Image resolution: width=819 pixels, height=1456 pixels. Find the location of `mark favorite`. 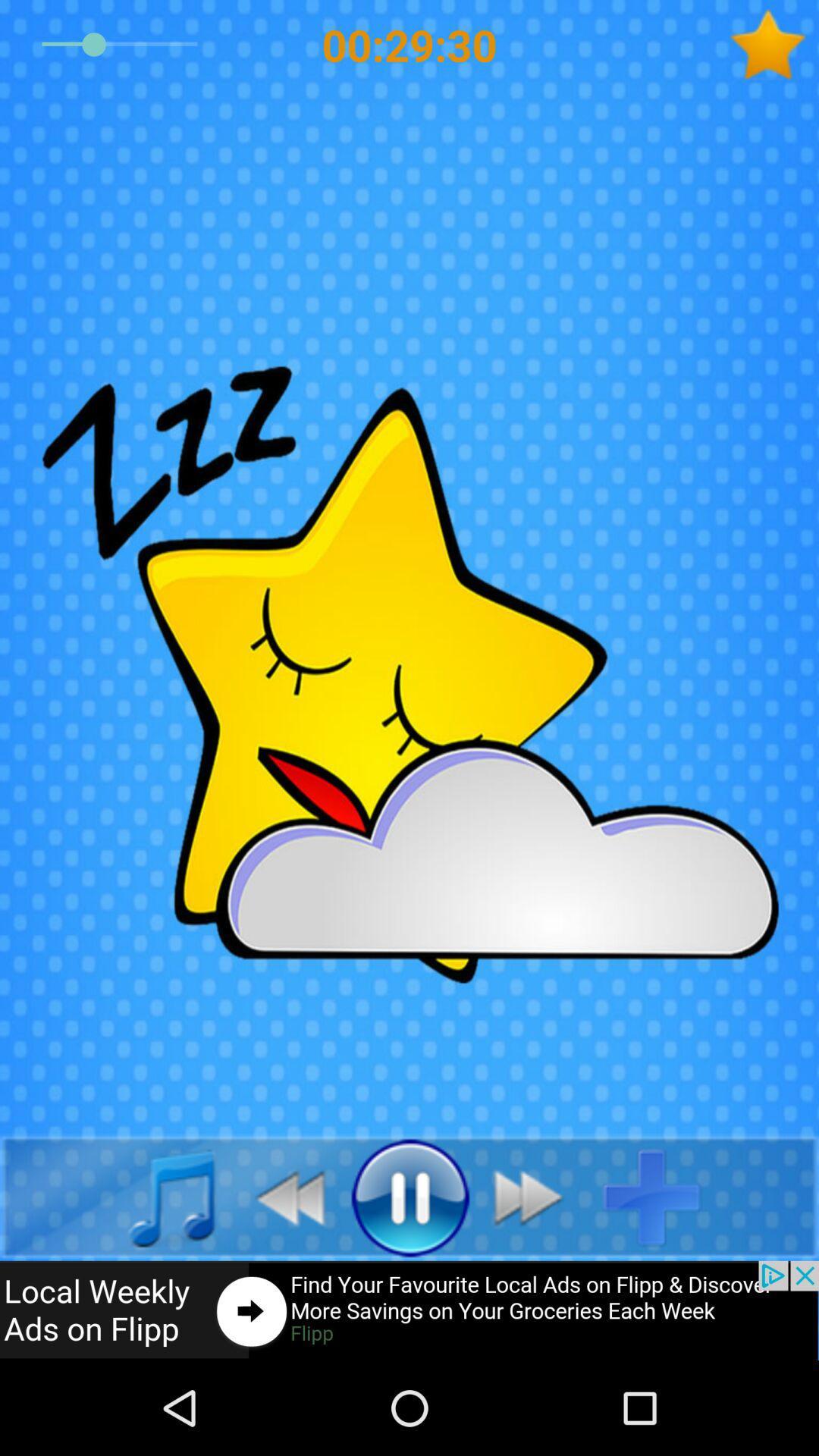

mark favorite is located at coordinates (773, 45).